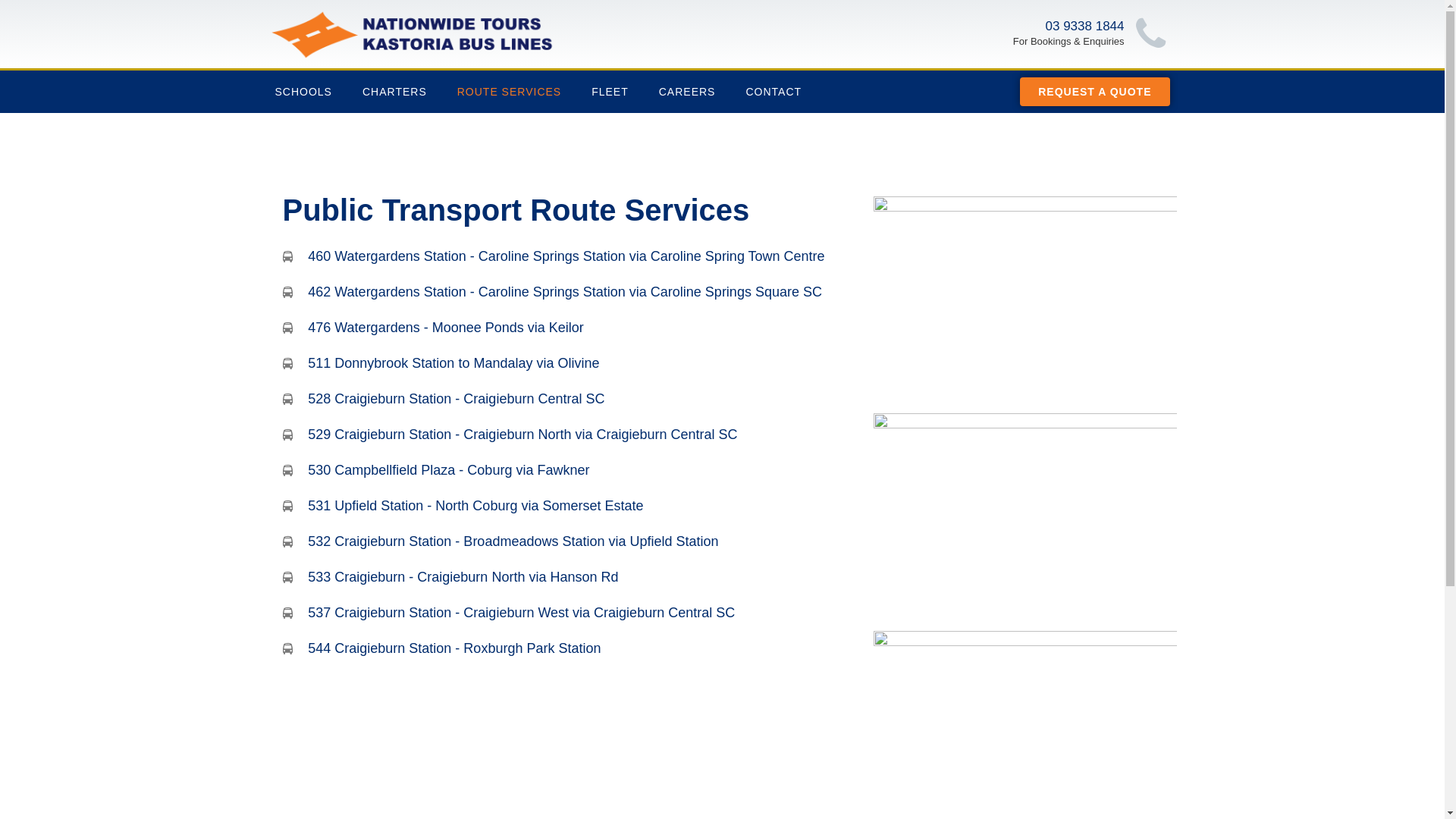 Image resolution: width=1456 pixels, height=819 pixels. I want to click on 'CONTACT', so click(773, 91).